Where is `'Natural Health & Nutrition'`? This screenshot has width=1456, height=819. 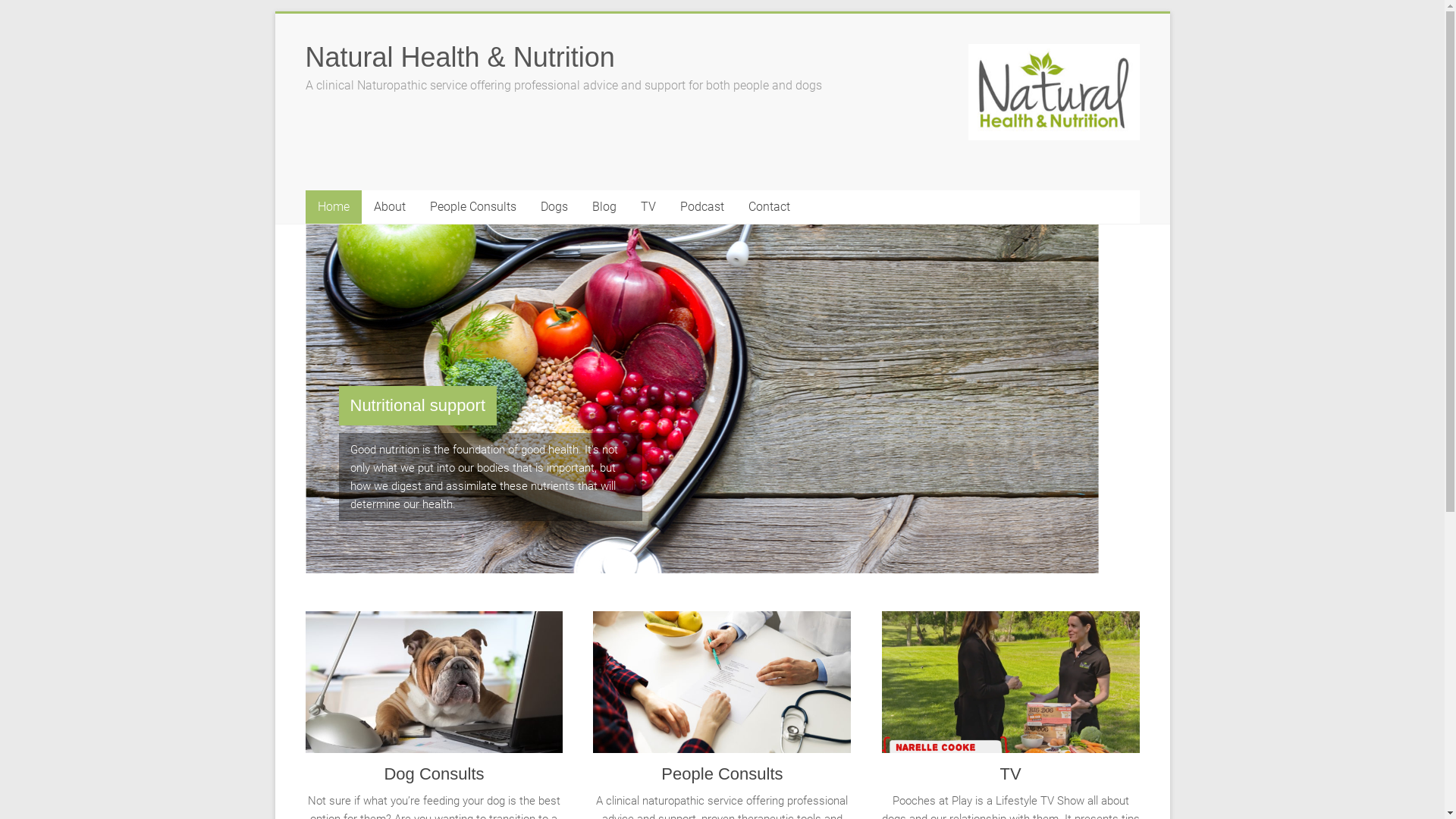 'Natural Health & Nutrition' is located at coordinates (458, 56).